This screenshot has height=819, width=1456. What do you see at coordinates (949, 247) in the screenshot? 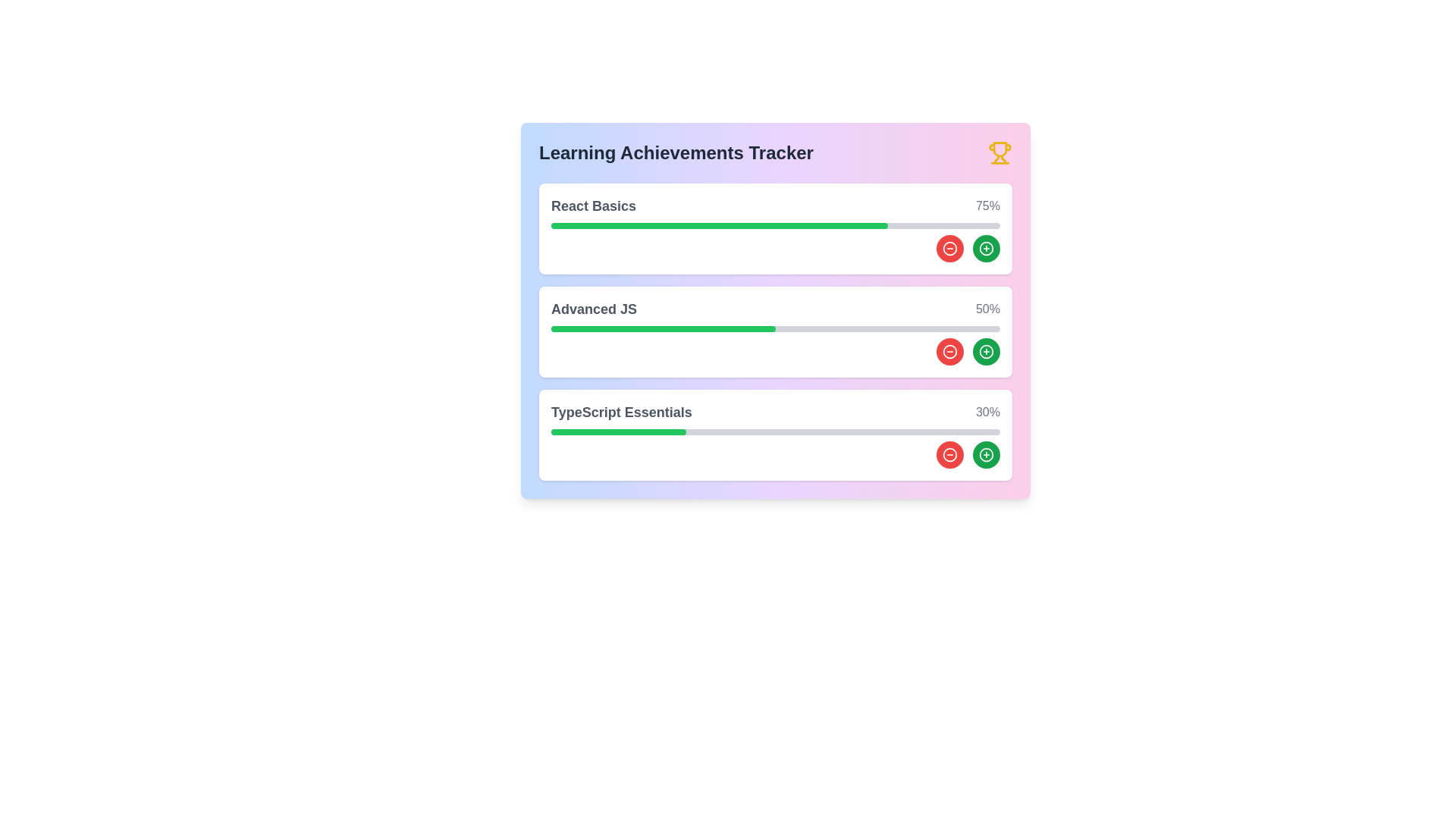
I see `the first circular button located to the left of the green plus icon button in the React Basics progress bar` at bounding box center [949, 247].